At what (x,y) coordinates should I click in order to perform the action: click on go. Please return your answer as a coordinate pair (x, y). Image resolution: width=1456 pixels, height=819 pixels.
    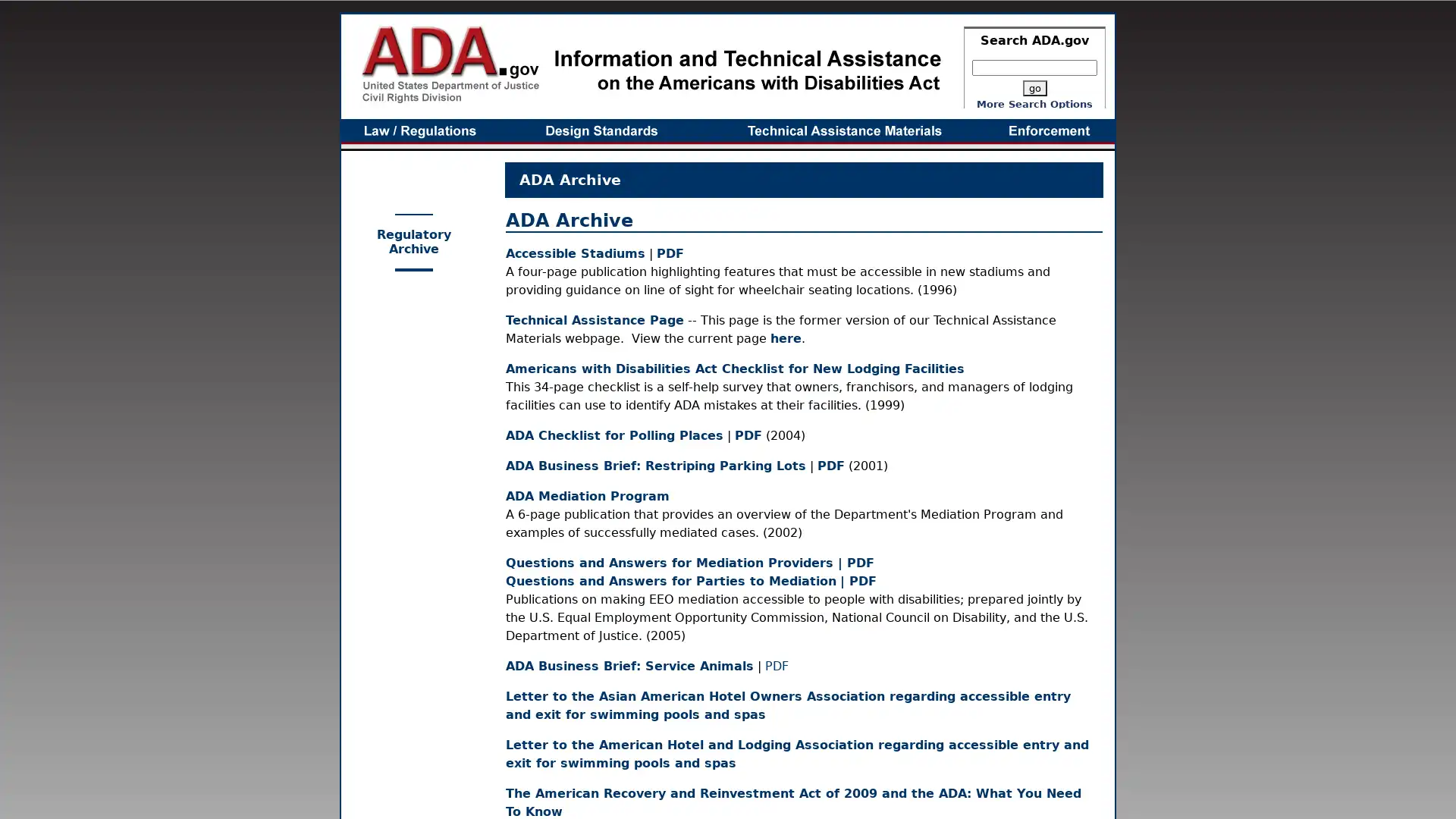
    Looking at the image, I should click on (1033, 88).